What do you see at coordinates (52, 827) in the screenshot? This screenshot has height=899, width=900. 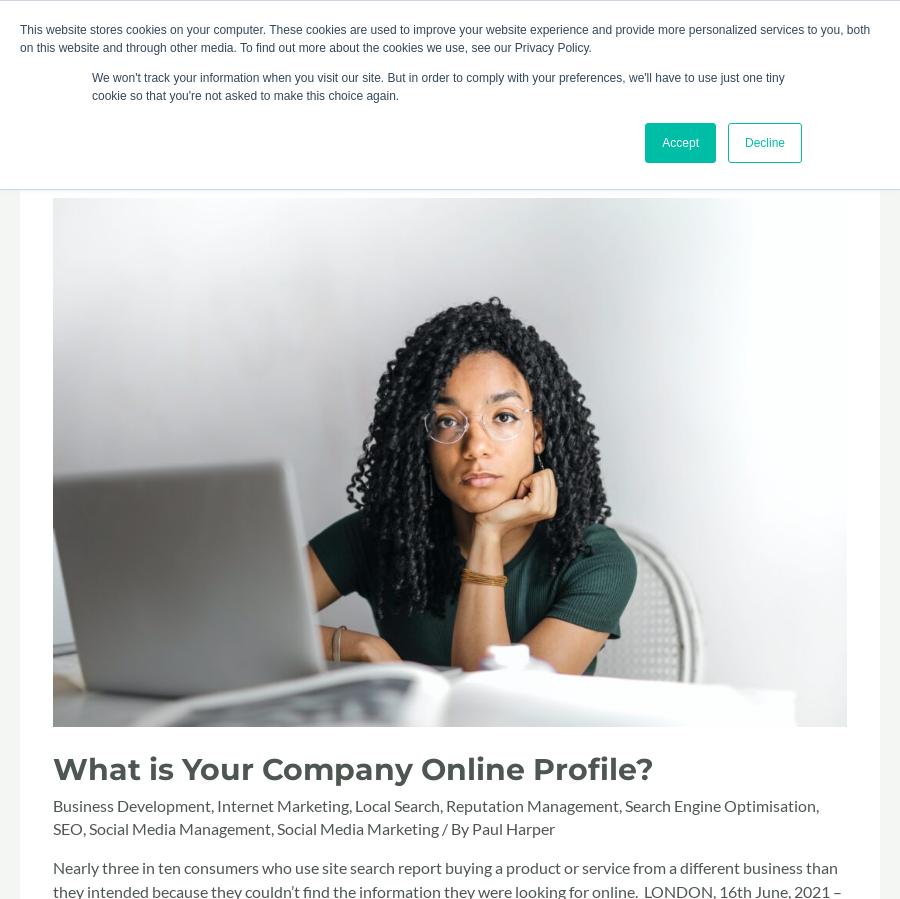 I see `'SEO'` at bounding box center [52, 827].